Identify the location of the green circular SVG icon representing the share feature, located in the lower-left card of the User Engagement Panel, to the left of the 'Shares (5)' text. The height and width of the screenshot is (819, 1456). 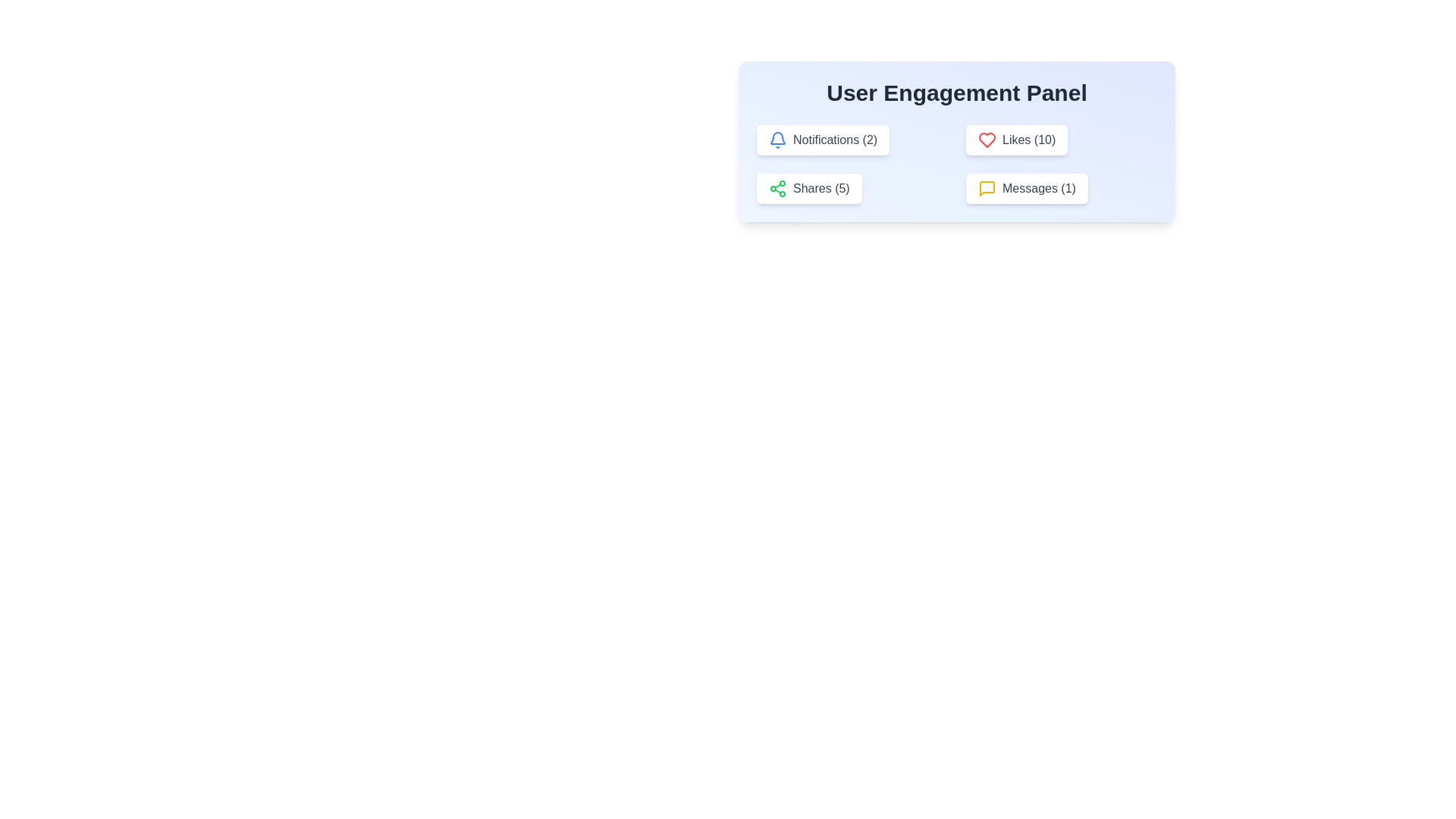
(778, 188).